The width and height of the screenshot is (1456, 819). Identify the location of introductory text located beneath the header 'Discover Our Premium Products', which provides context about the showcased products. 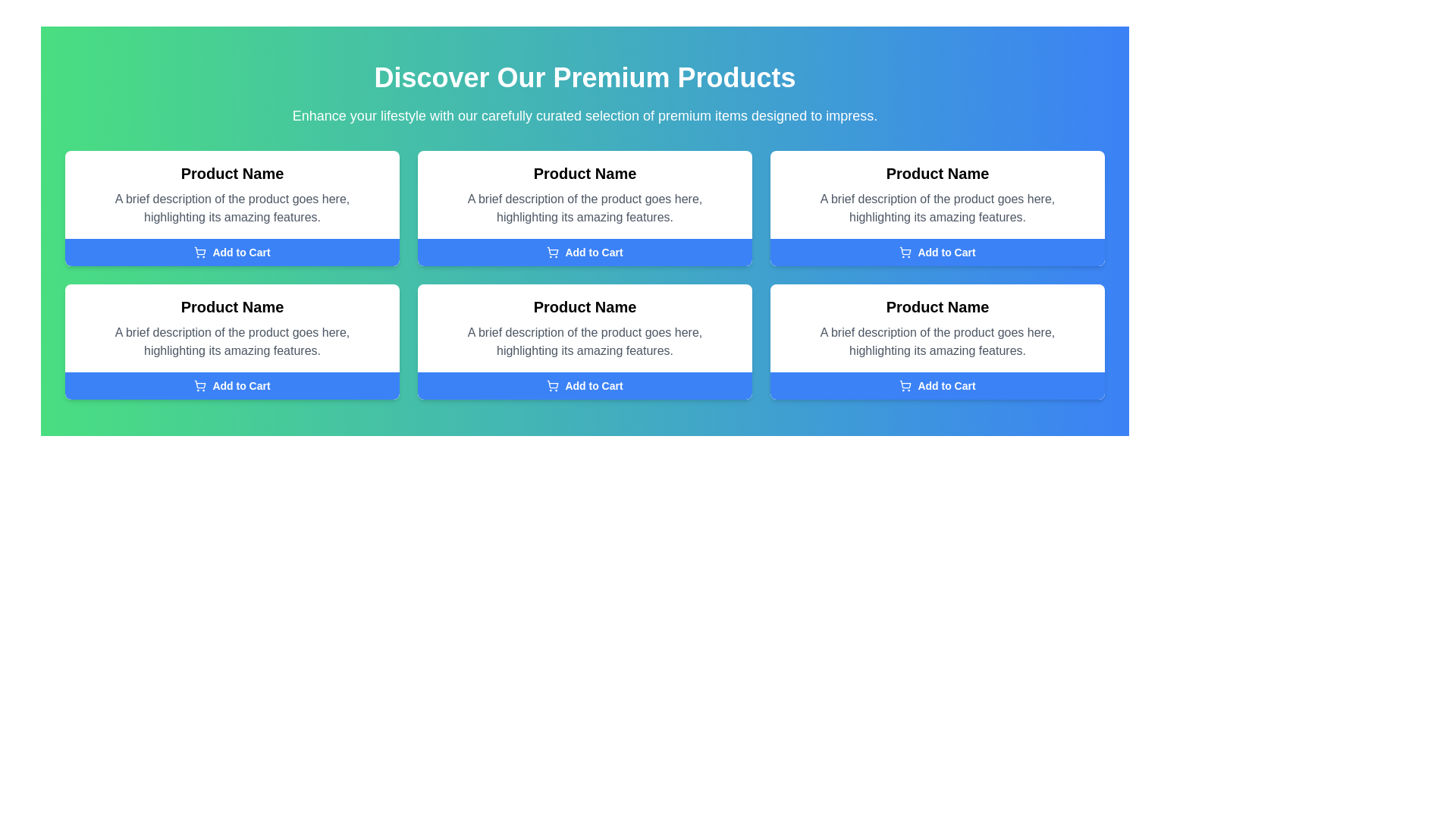
(584, 115).